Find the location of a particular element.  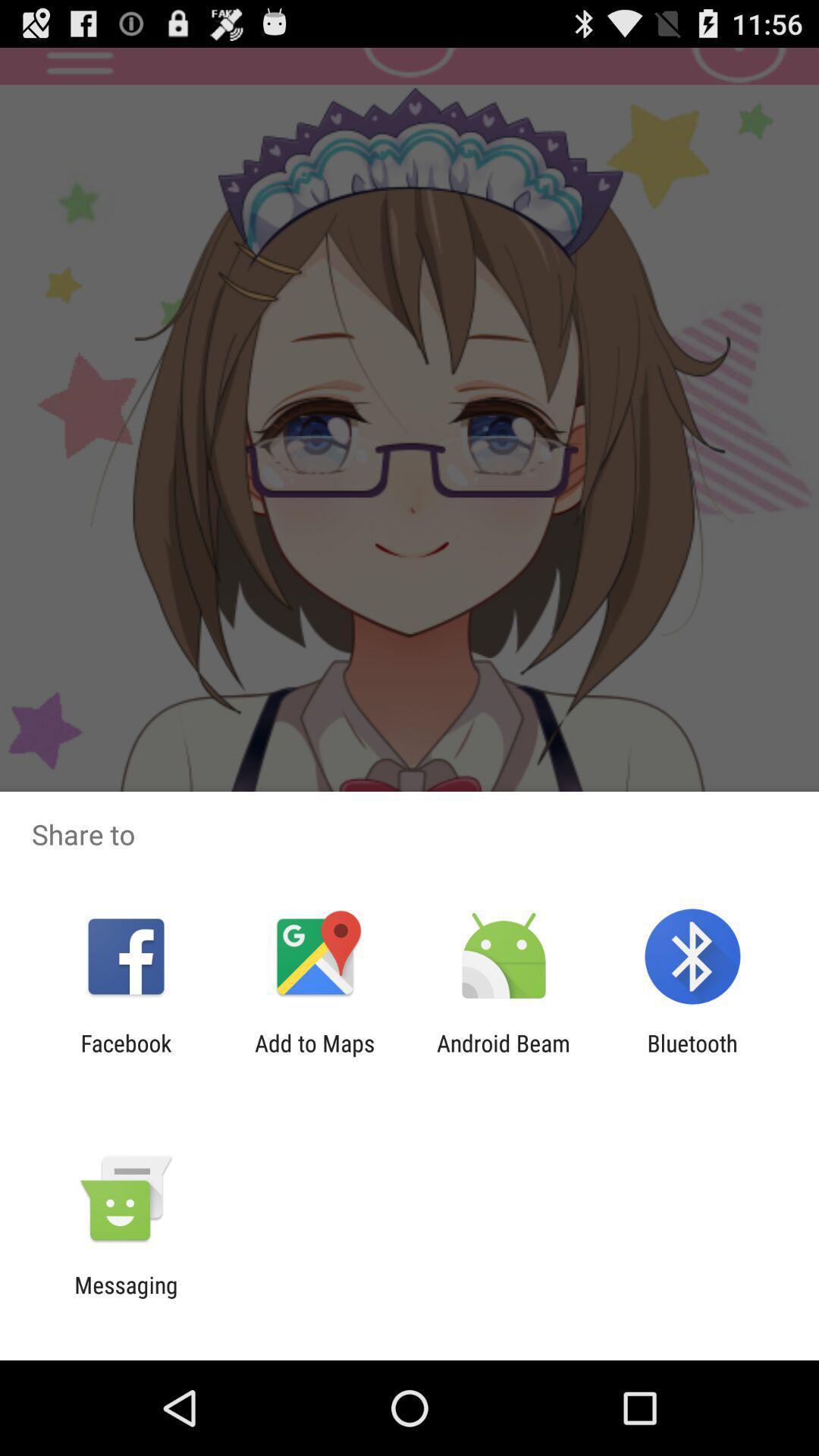

the bluetooth app is located at coordinates (692, 1056).